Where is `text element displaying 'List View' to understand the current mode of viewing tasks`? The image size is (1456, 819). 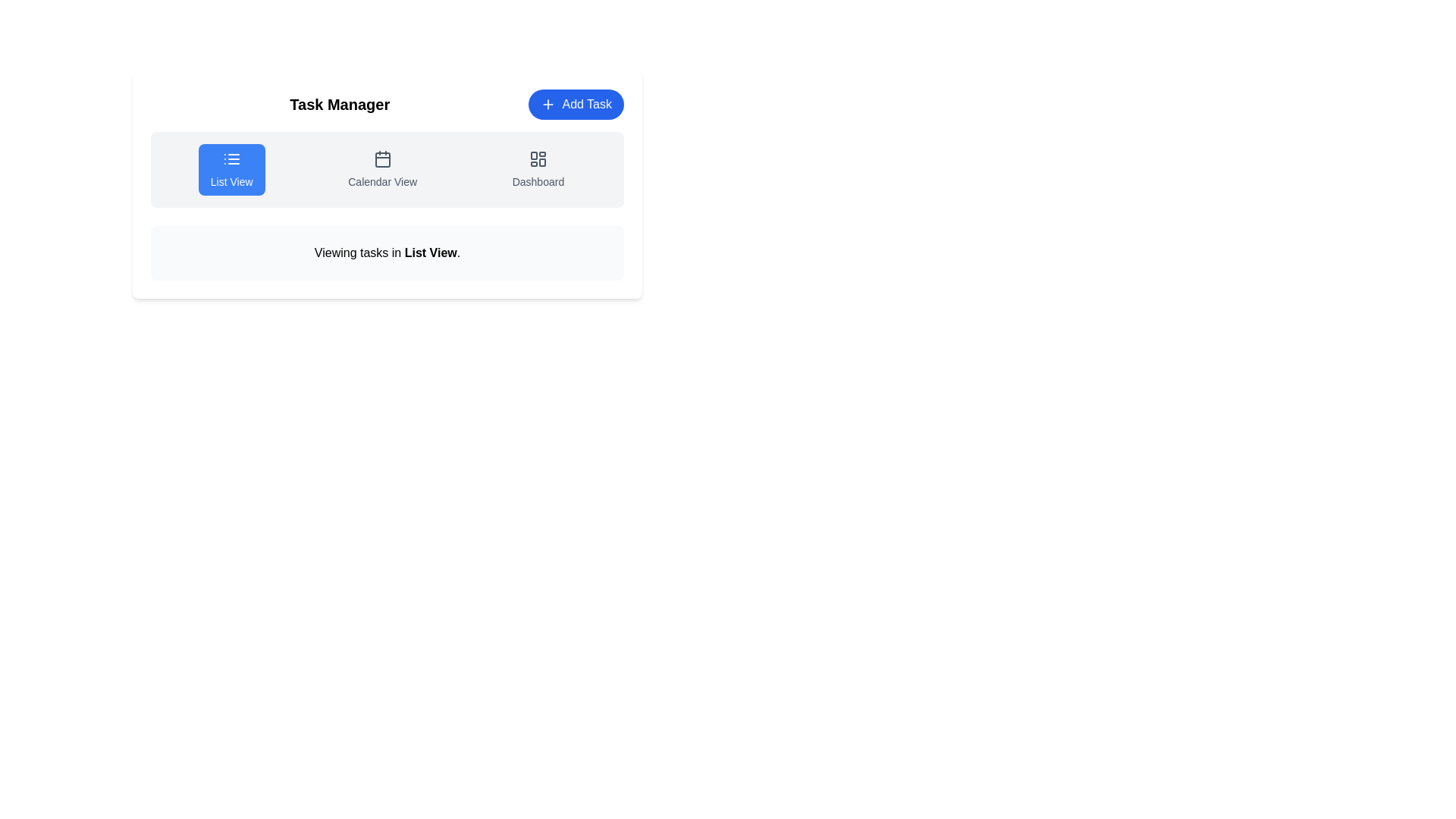
text element displaying 'List View' to understand the current mode of viewing tasks is located at coordinates (430, 252).